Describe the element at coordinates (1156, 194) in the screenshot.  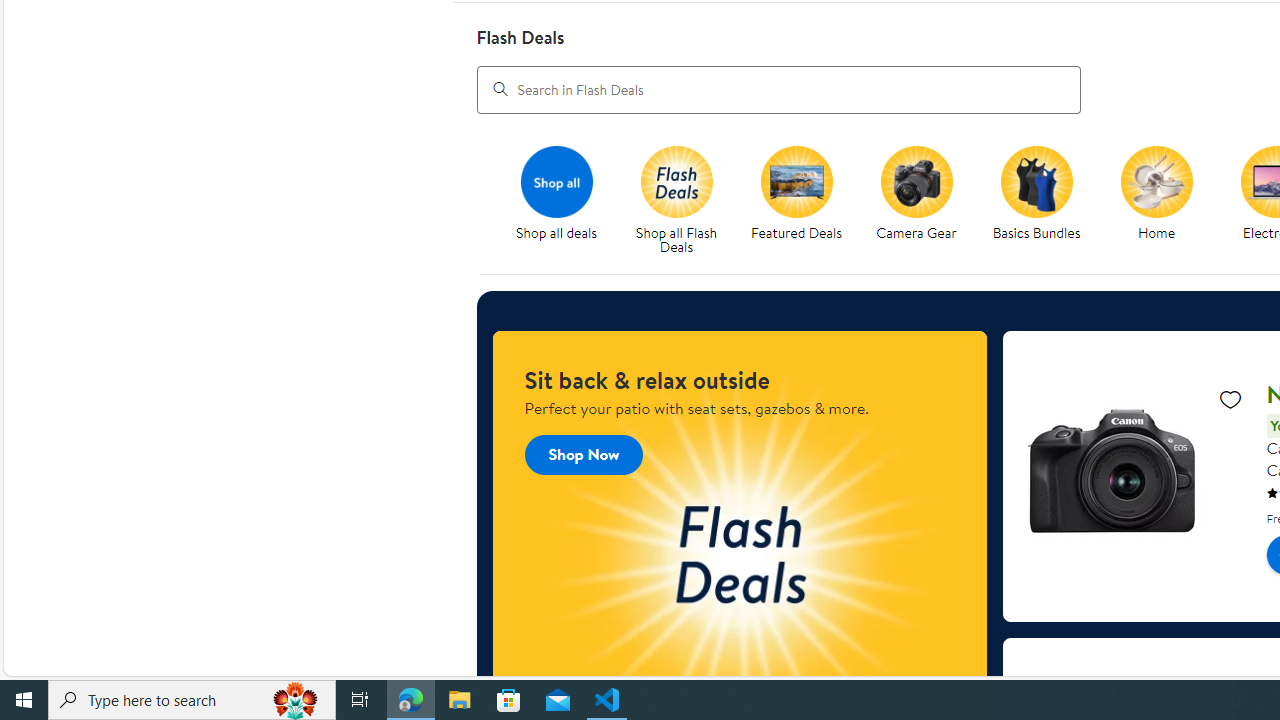
I see `'Home Home'` at that location.